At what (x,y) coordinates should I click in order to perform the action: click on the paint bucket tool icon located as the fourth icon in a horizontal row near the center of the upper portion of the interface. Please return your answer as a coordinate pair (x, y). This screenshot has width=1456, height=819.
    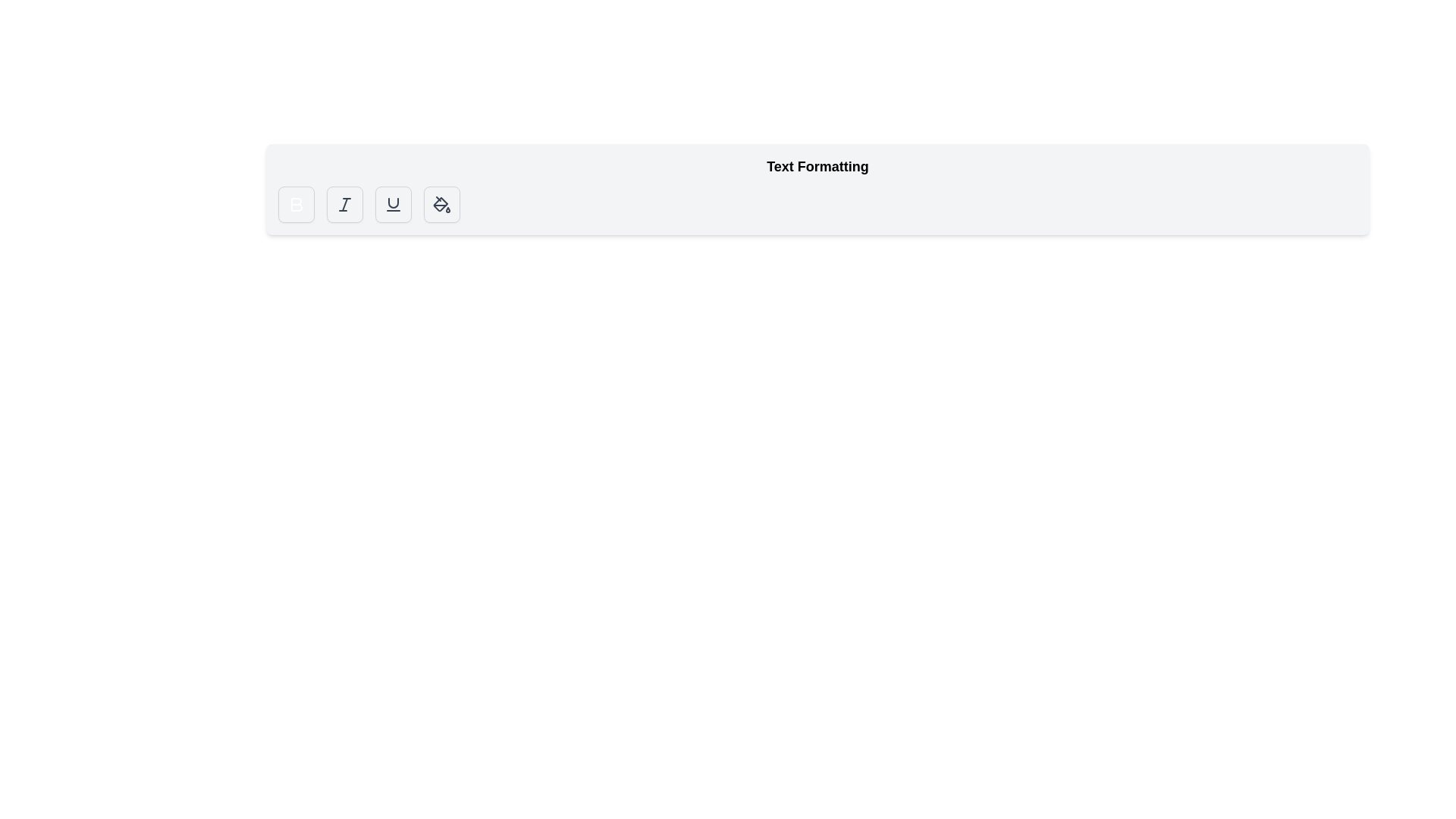
    Looking at the image, I should click on (440, 203).